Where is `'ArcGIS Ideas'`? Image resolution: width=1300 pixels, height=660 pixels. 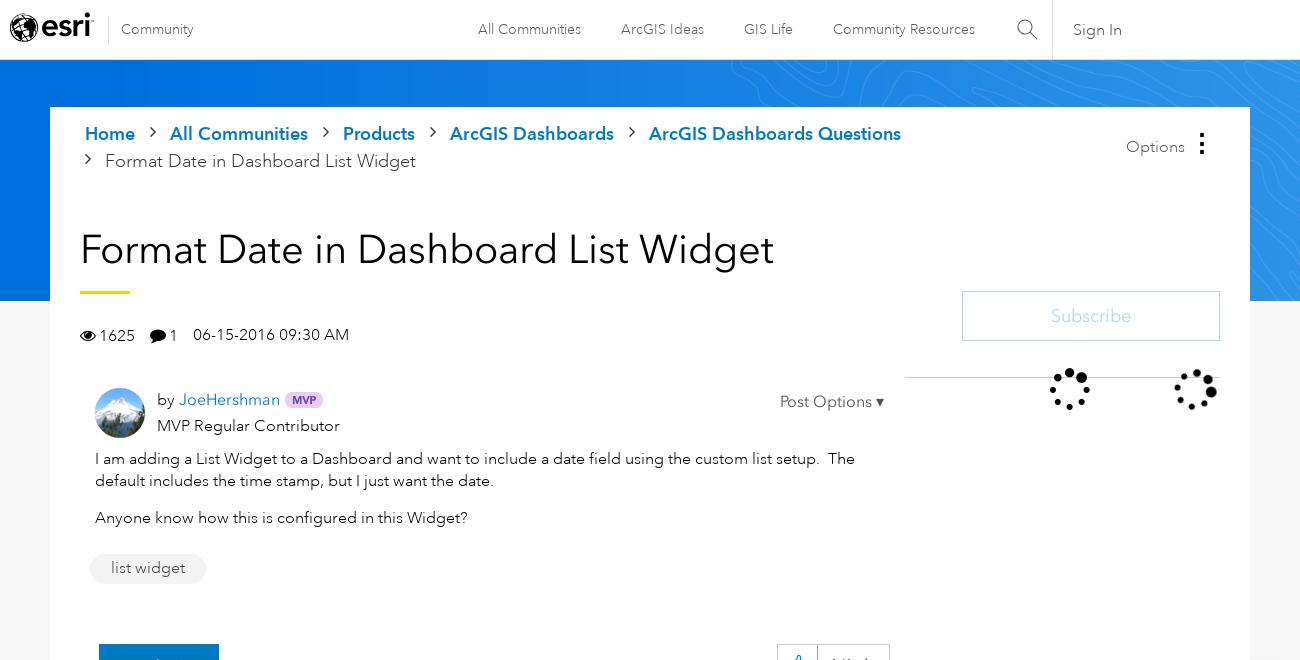 'ArcGIS Ideas' is located at coordinates (660, 28).